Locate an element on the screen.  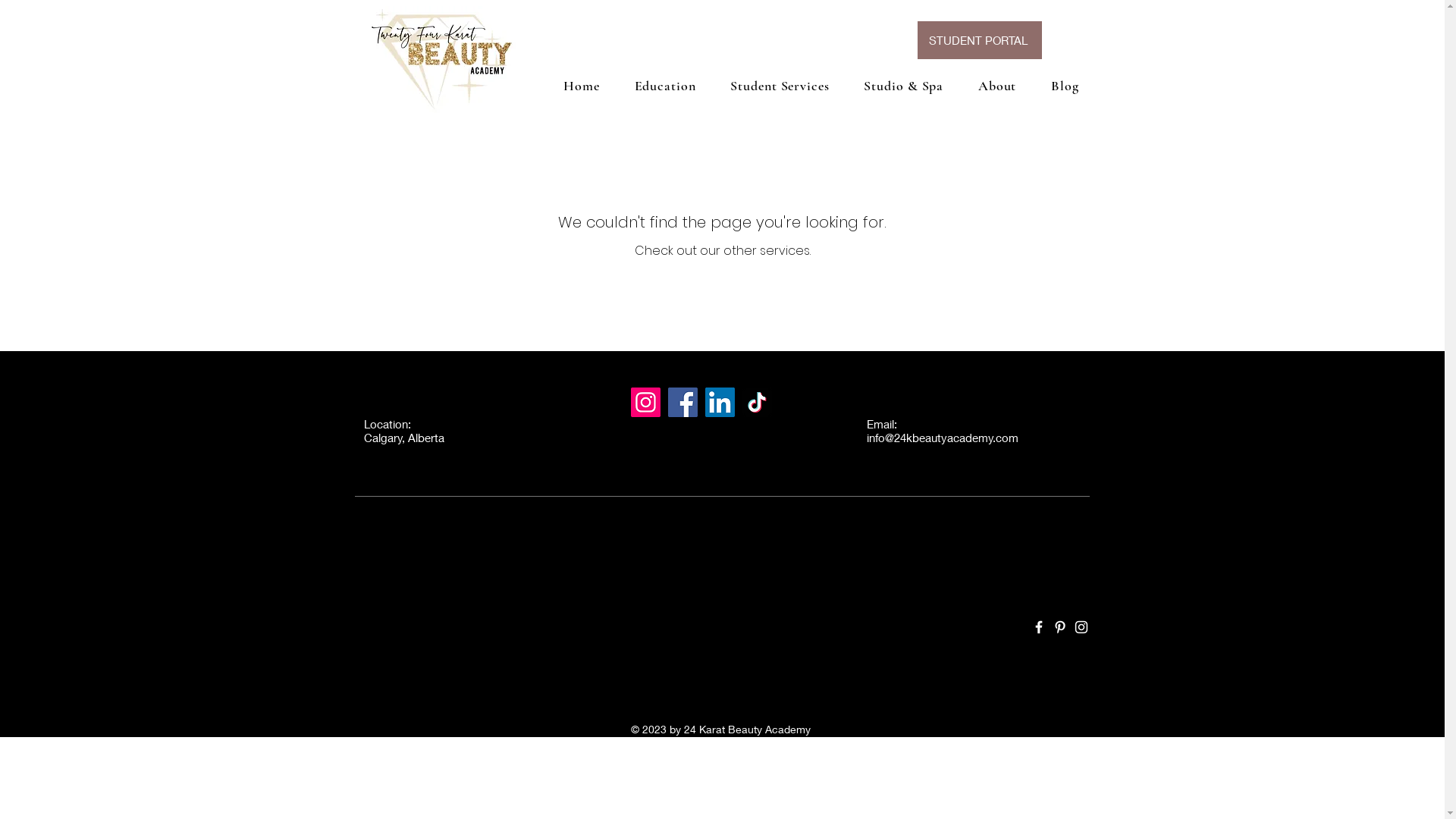
'Student Services' is located at coordinates (780, 85).